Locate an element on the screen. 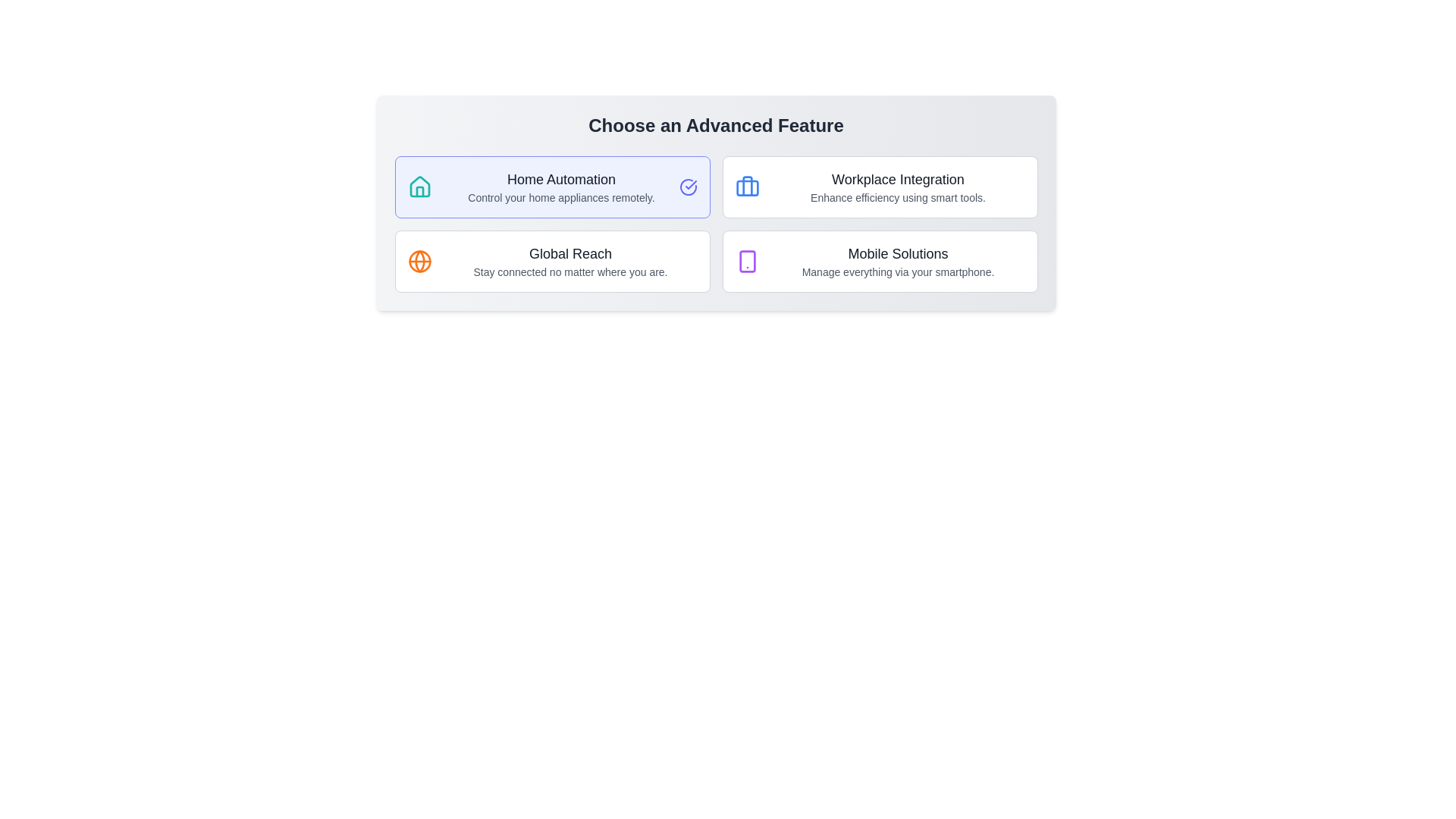 The image size is (1456, 819). the circular indigo icon with a checkmark inside it located on the far right side of the 'Home Automation' feature section is located at coordinates (687, 186).